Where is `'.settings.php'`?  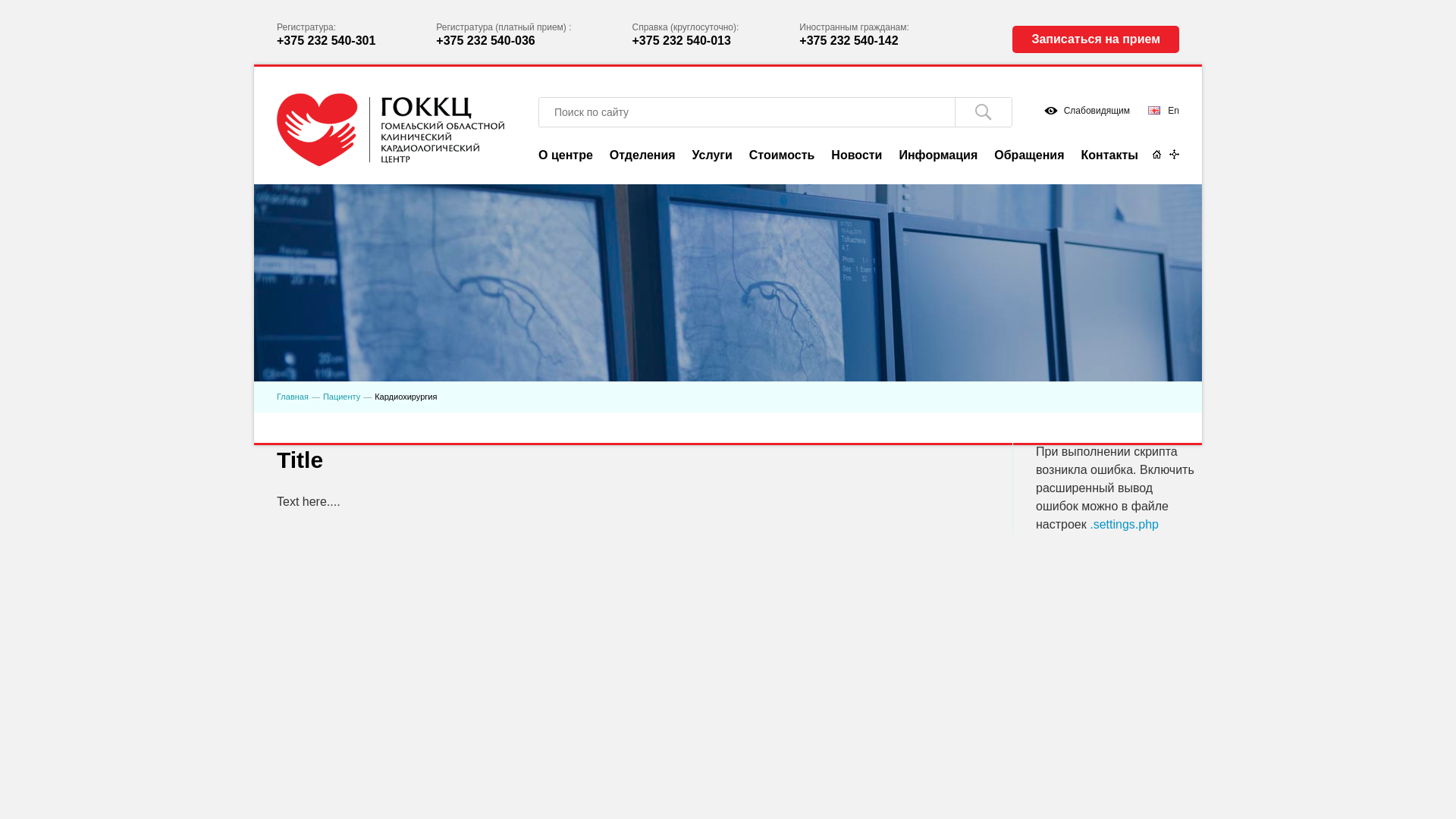 '.settings.php' is located at coordinates (1124, 523).